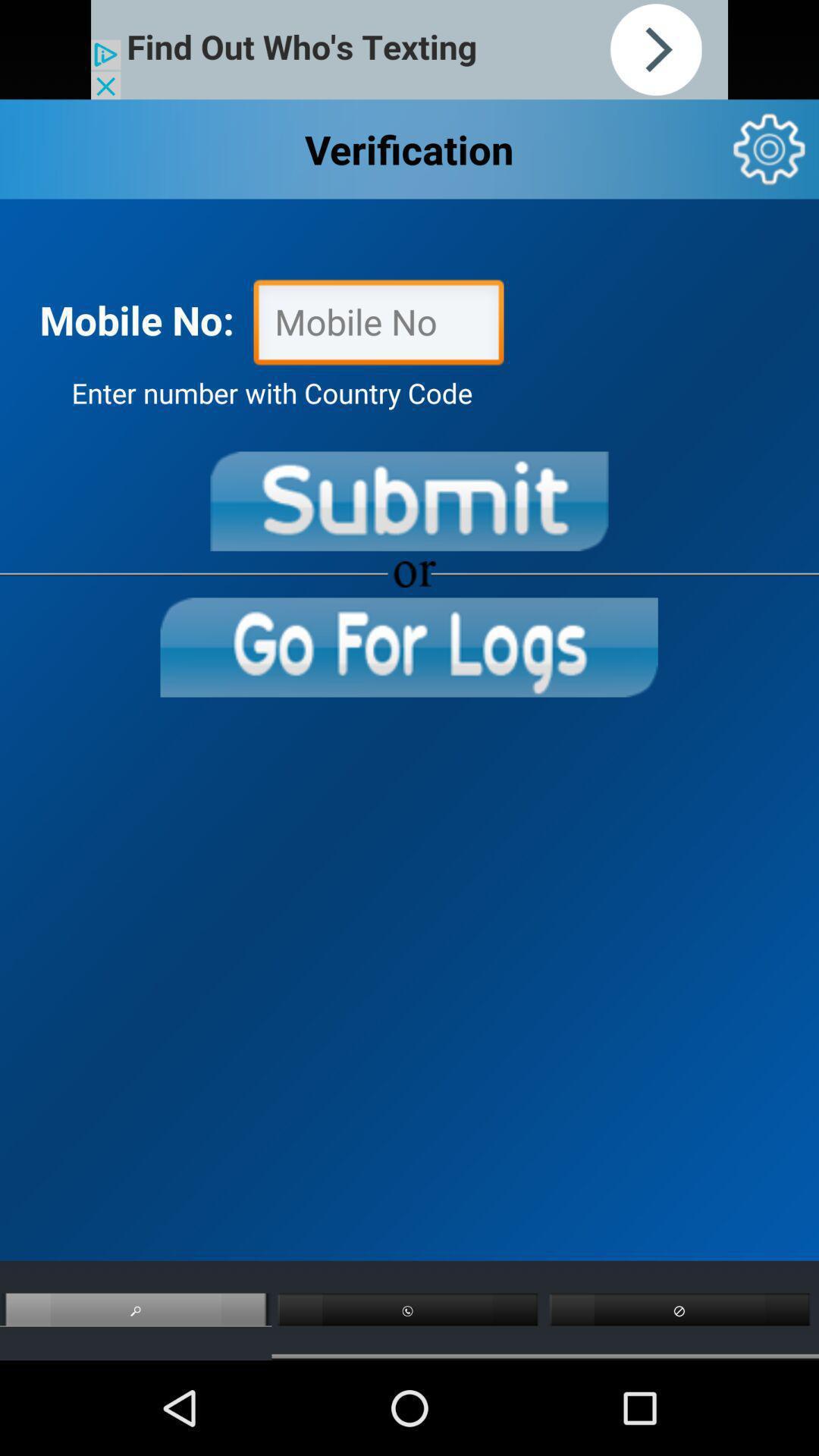 Image resolution: width=819 pixels, height=1456 pixels. I want to click on open page, so click(408, 647).